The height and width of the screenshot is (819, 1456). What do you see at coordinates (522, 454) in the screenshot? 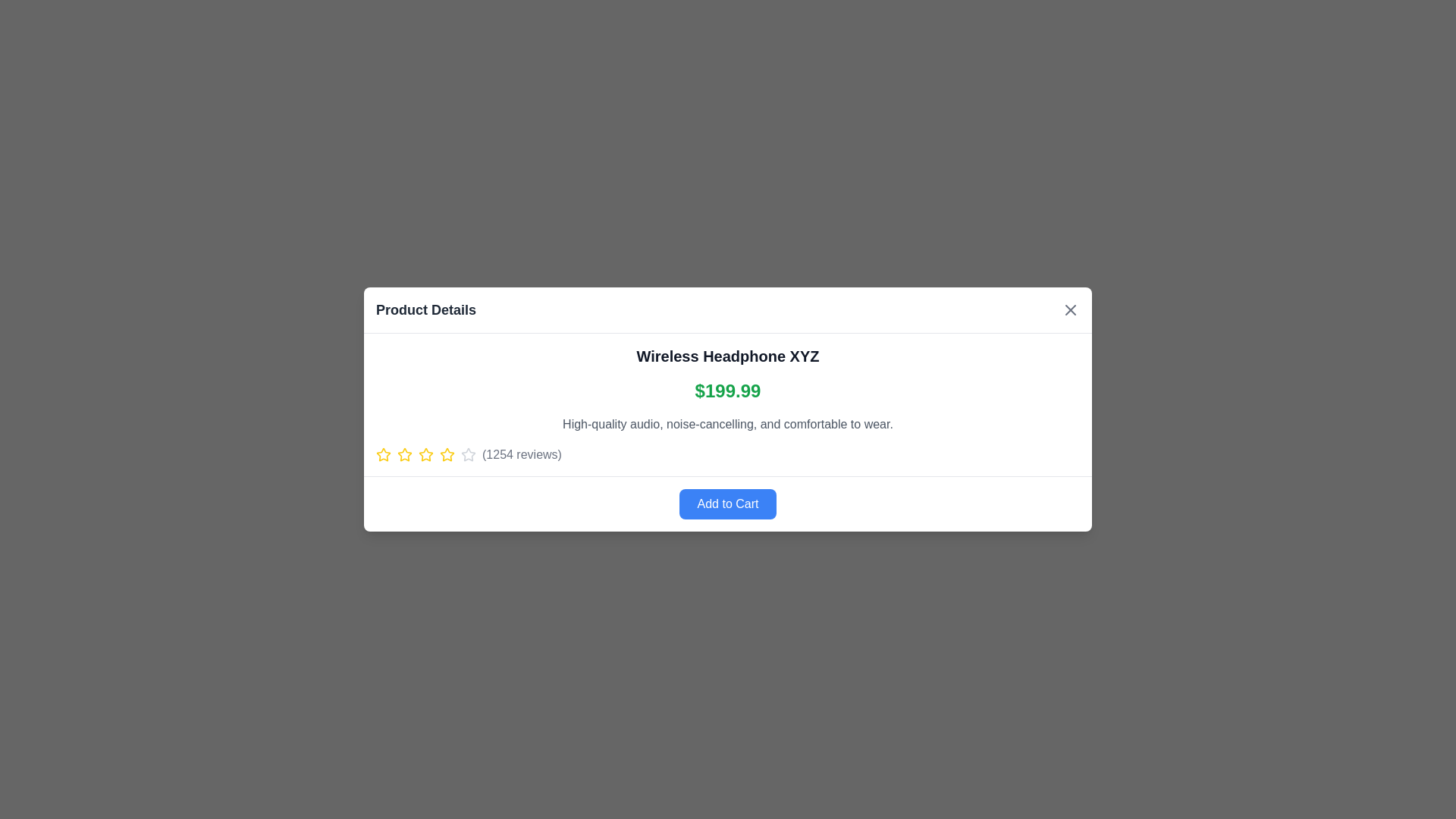
I see `the static text label displaying '(1254 reviews)' in gray font, located below the product name and price, and positioned to the right of the star rating icons` at bounding box center [522, 454].